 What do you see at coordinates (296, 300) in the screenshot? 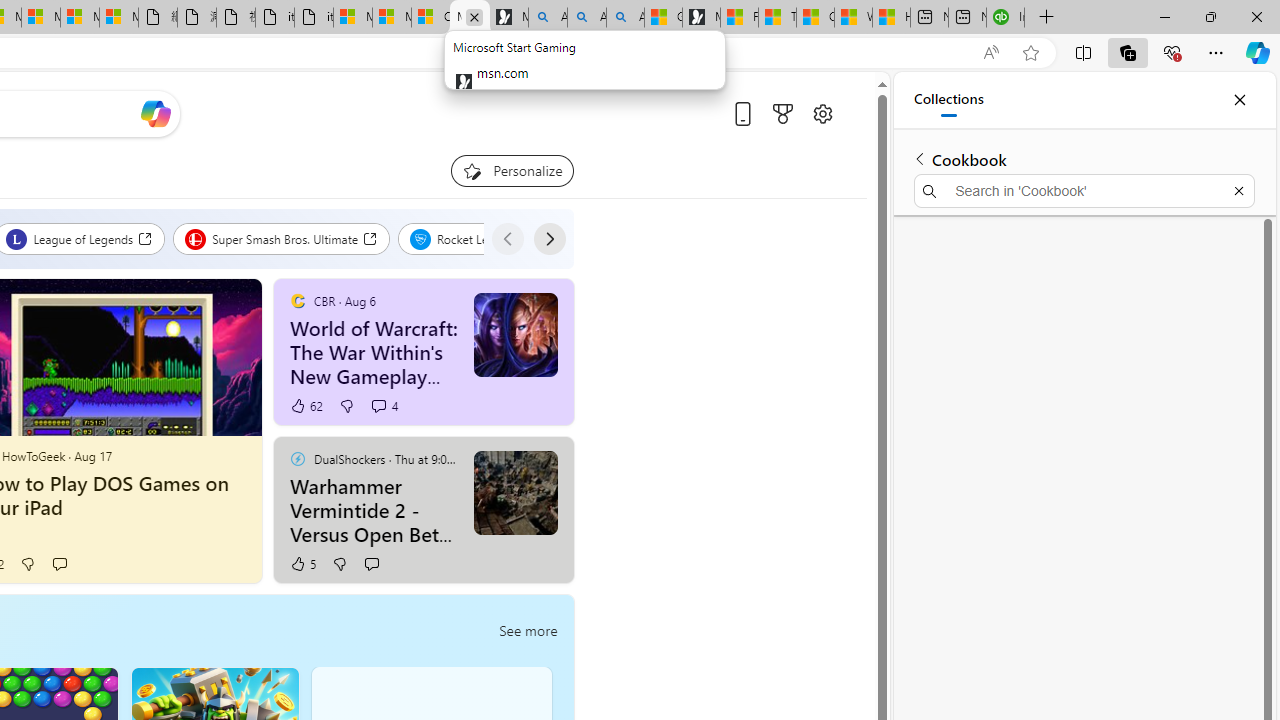
I see `'CBR'` at bounding box center [296, 300].